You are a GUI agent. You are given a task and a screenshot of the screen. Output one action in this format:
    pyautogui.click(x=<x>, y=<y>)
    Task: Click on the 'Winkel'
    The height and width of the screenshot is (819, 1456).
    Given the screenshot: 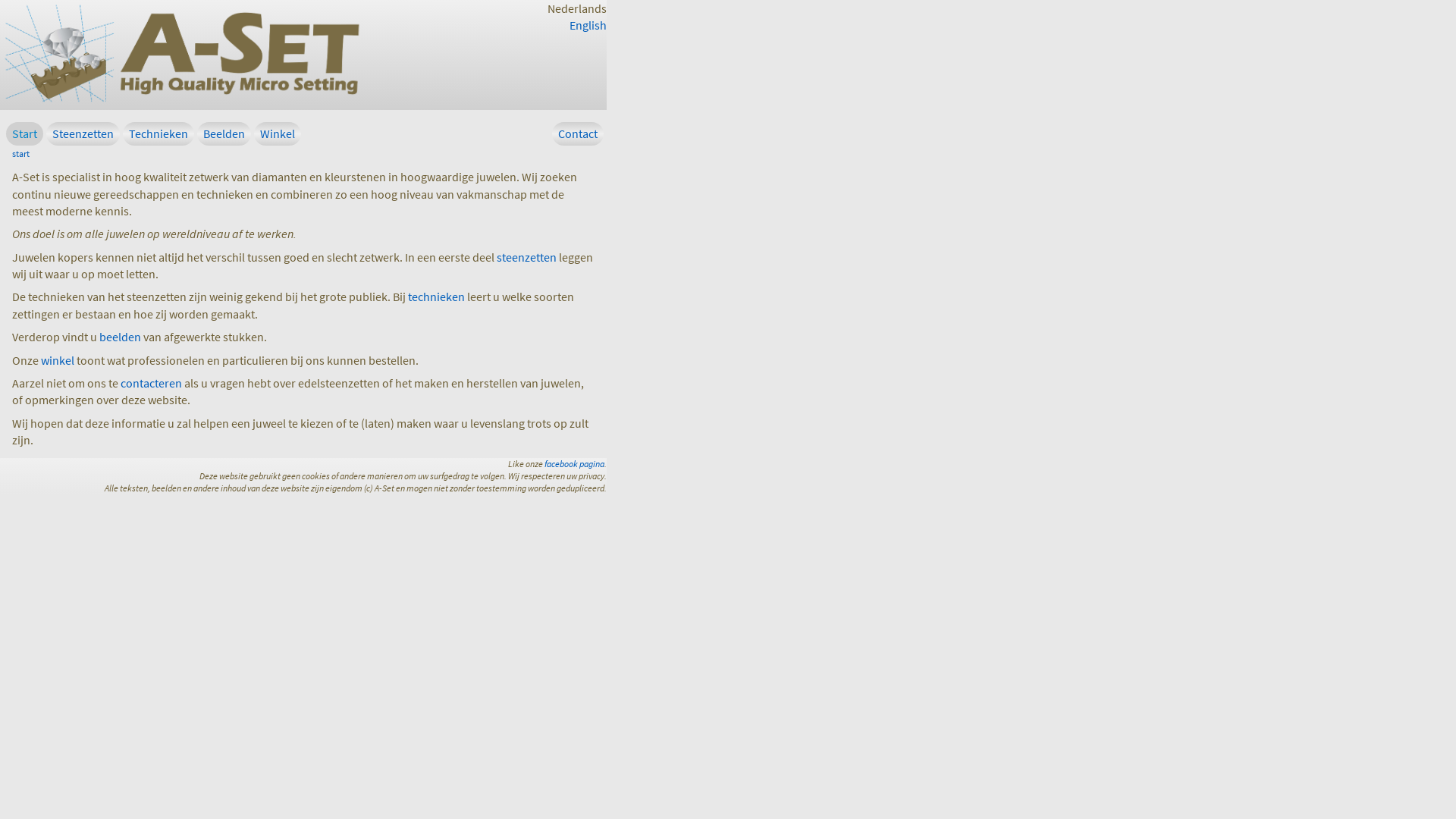 What is the action you would take?
    pyautogui.click(x=277, y=133)
    